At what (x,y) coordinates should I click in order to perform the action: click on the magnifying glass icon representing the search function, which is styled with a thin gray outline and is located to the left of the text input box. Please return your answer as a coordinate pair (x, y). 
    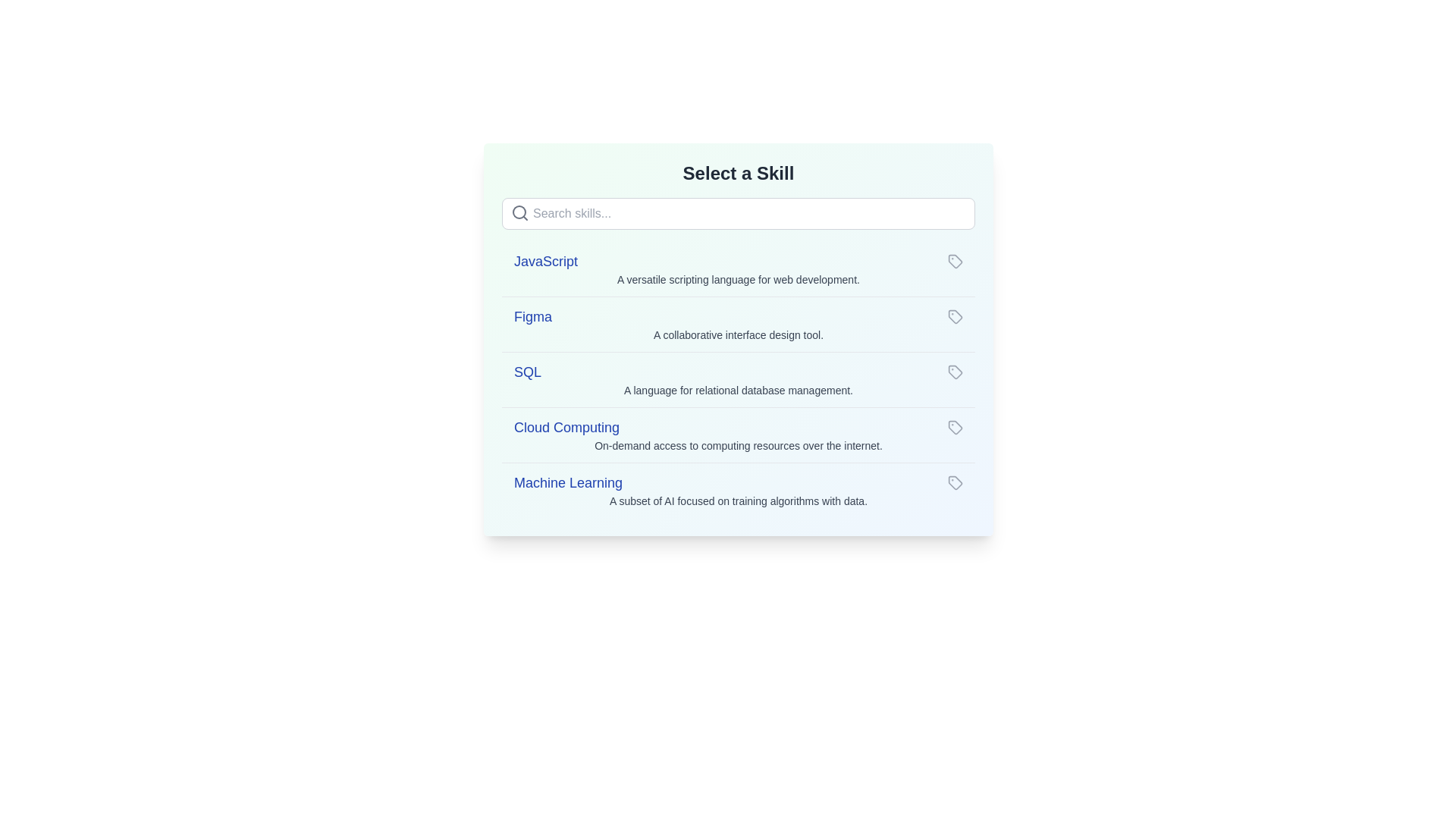
    Looking at the image, I should click on (520, 213).